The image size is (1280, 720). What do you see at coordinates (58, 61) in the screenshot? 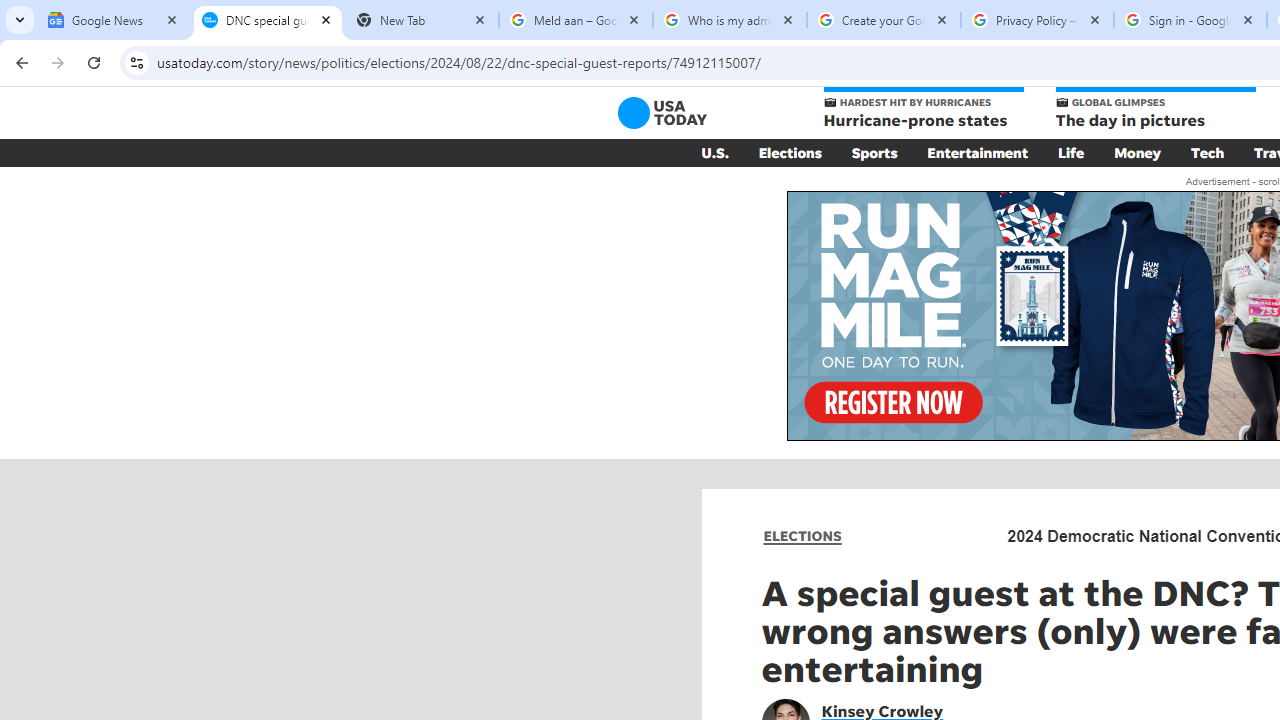
I see `'Forward'` at bounding box center [58, 61].